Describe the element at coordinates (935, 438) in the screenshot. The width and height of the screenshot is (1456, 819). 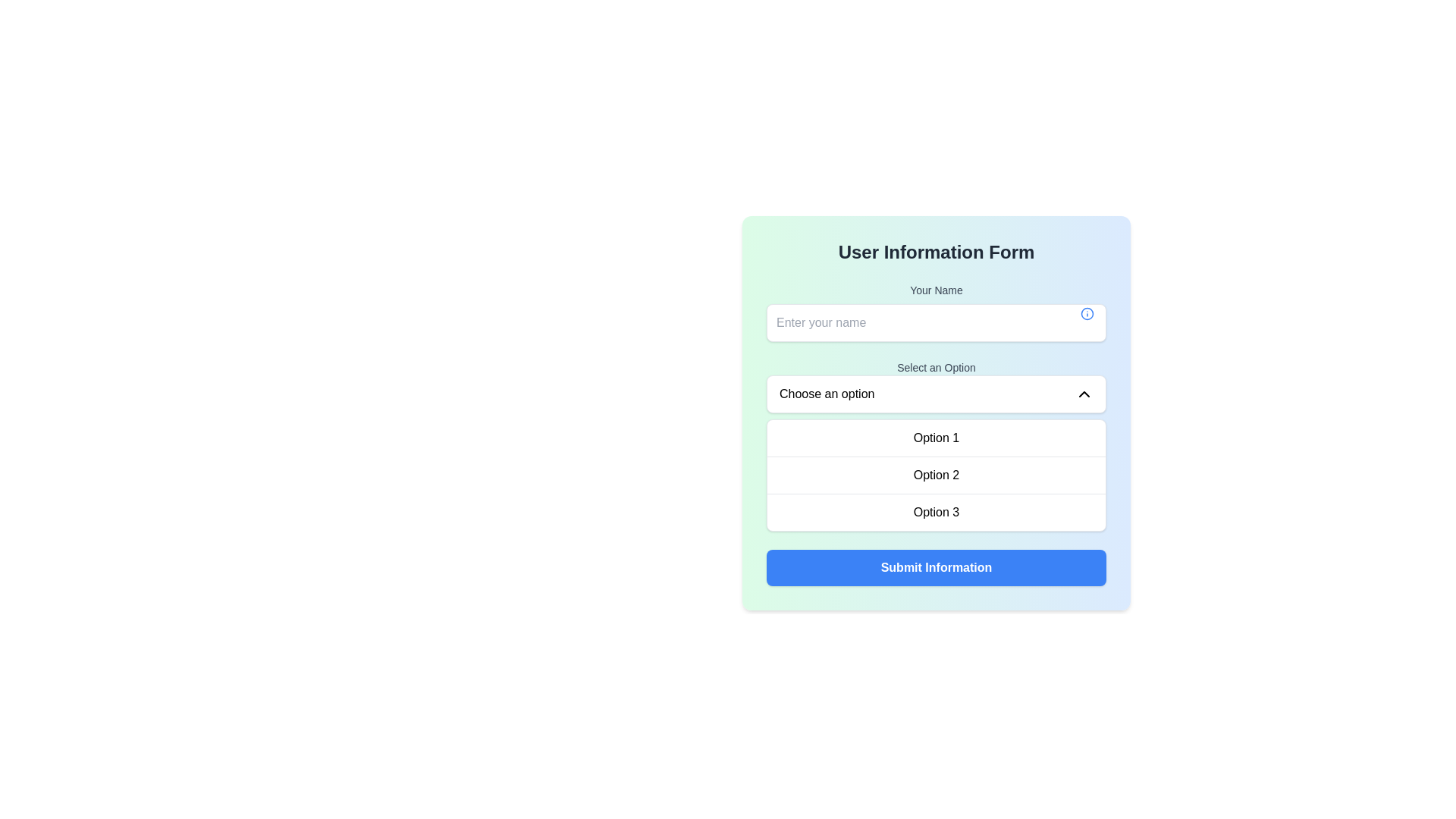
I see `the dropdown item labeled 'Option 1'` at that location.